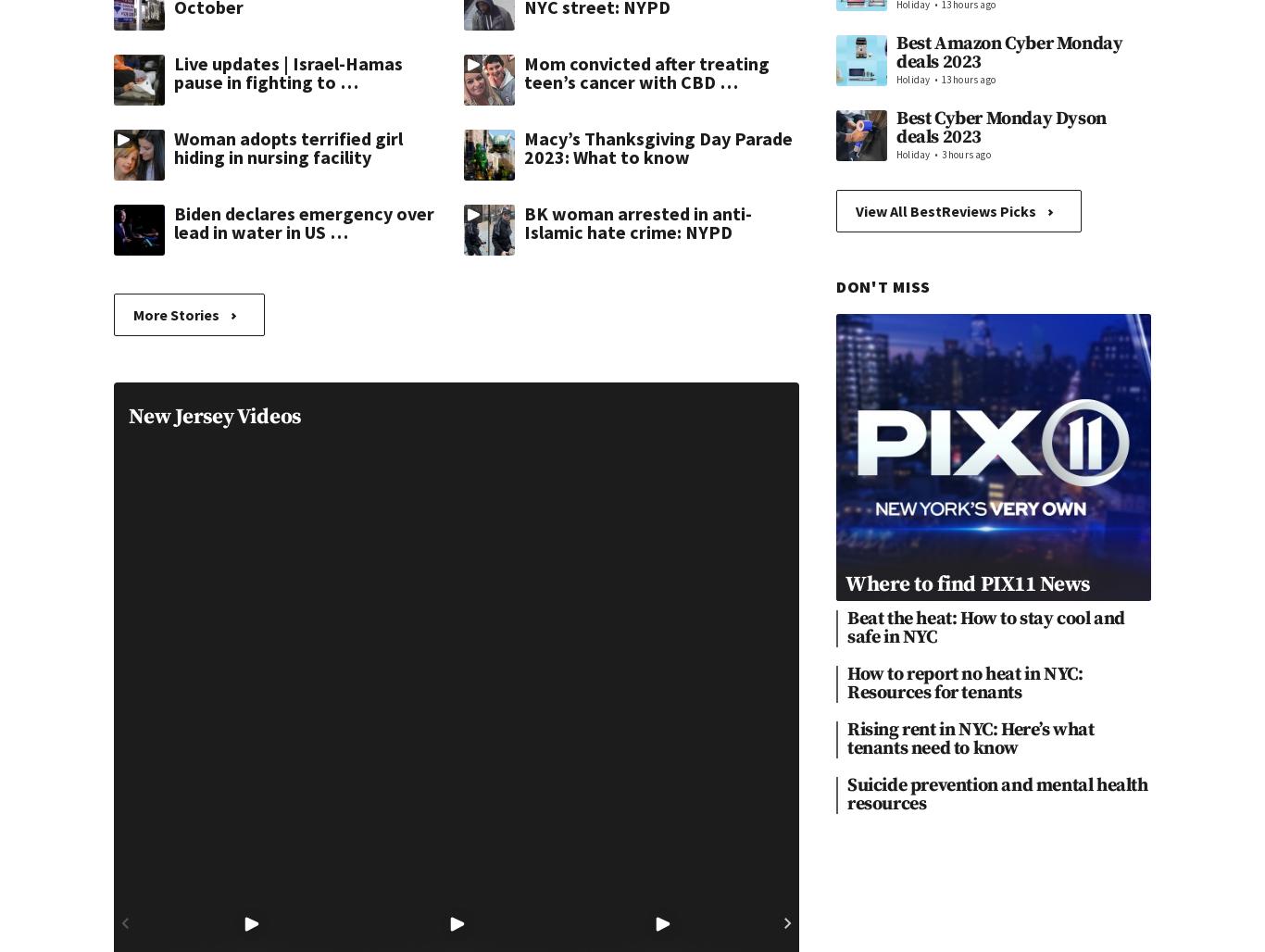 Image resolution: width=1265 pixels, height=952 pixels. Describe the element at coordinates (966, 582) in the screenshot. I see `'Where to find PIX11 News'` at that location.